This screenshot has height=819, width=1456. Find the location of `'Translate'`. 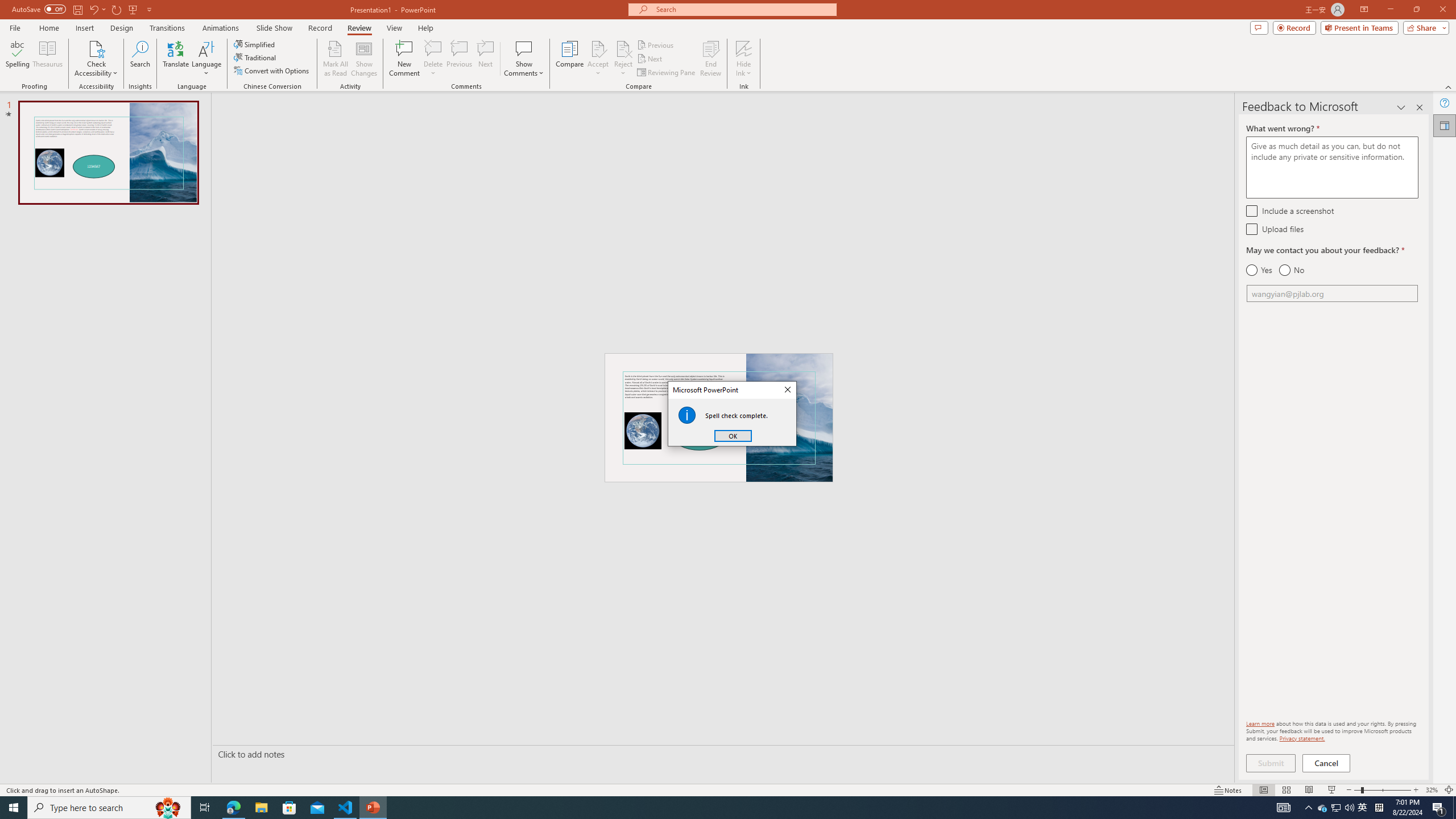

'Translate' is located at coordinates (176, 59).